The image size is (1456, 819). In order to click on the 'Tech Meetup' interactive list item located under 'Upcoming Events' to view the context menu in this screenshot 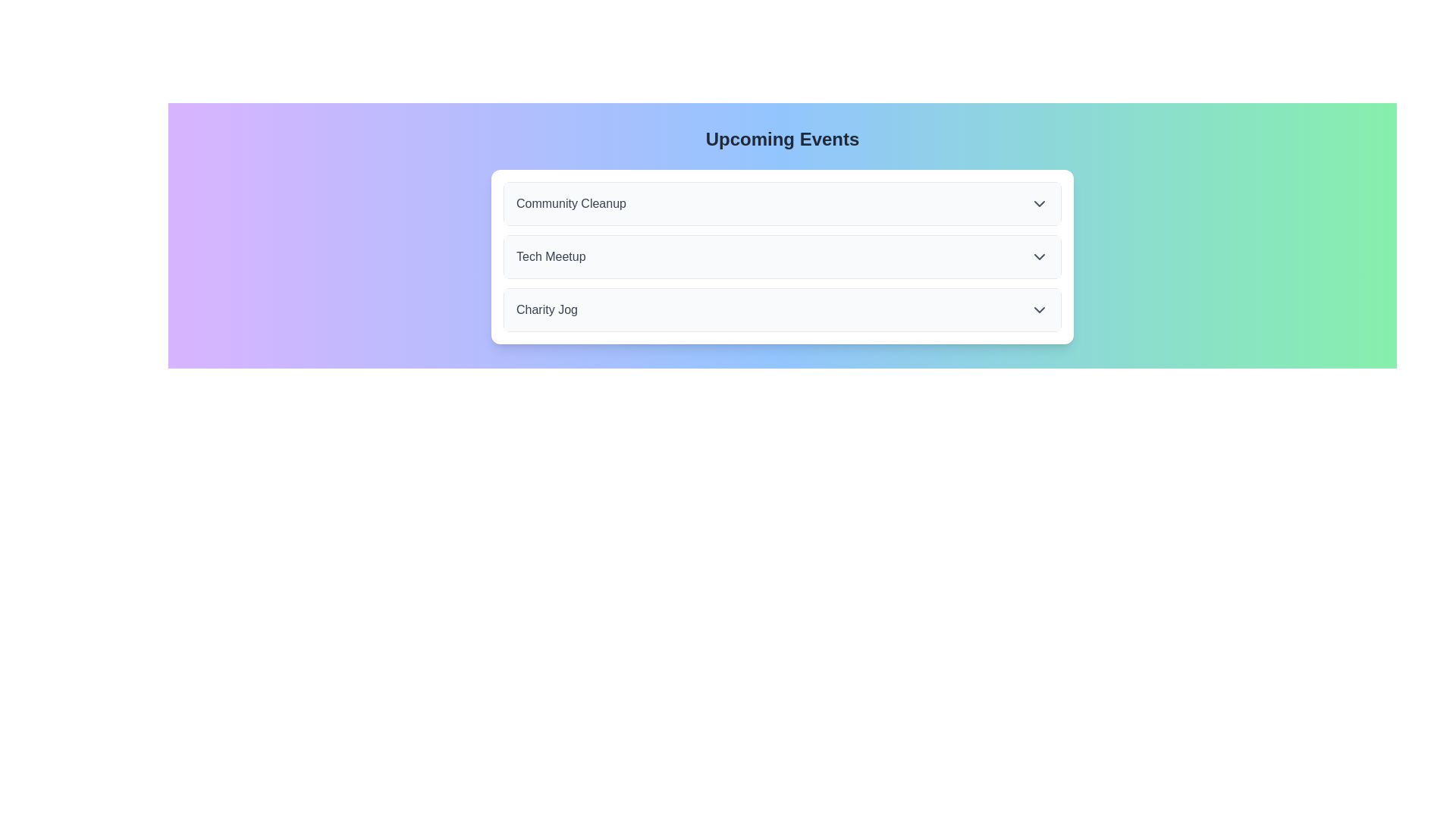, I will do `click(783, 256)`.